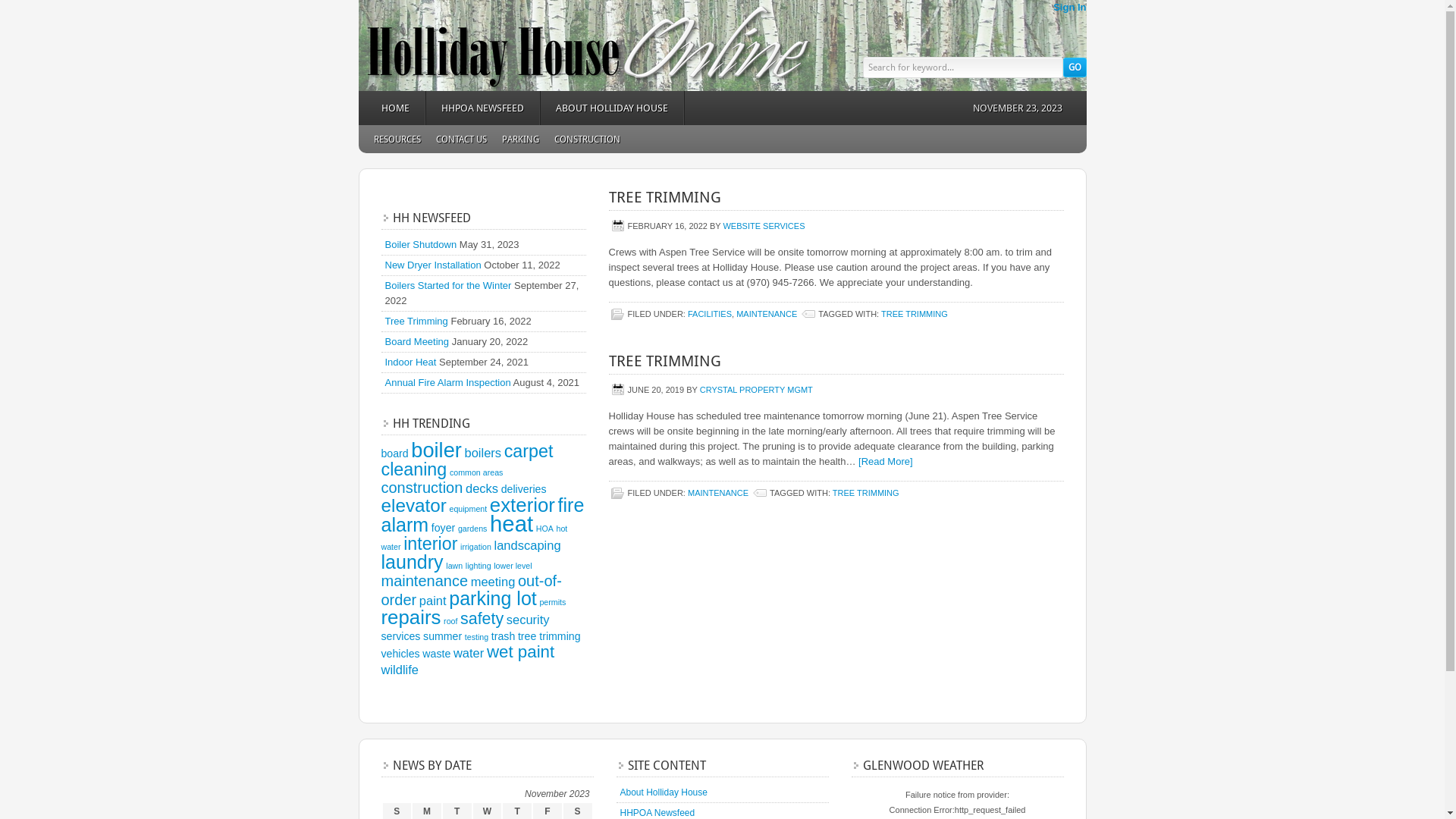 This screenshot has height=819, width=1456. What do you see at coordinates (529, 450) in the screenshot?
I see `'carpet'` at bounding box center [529, 450].